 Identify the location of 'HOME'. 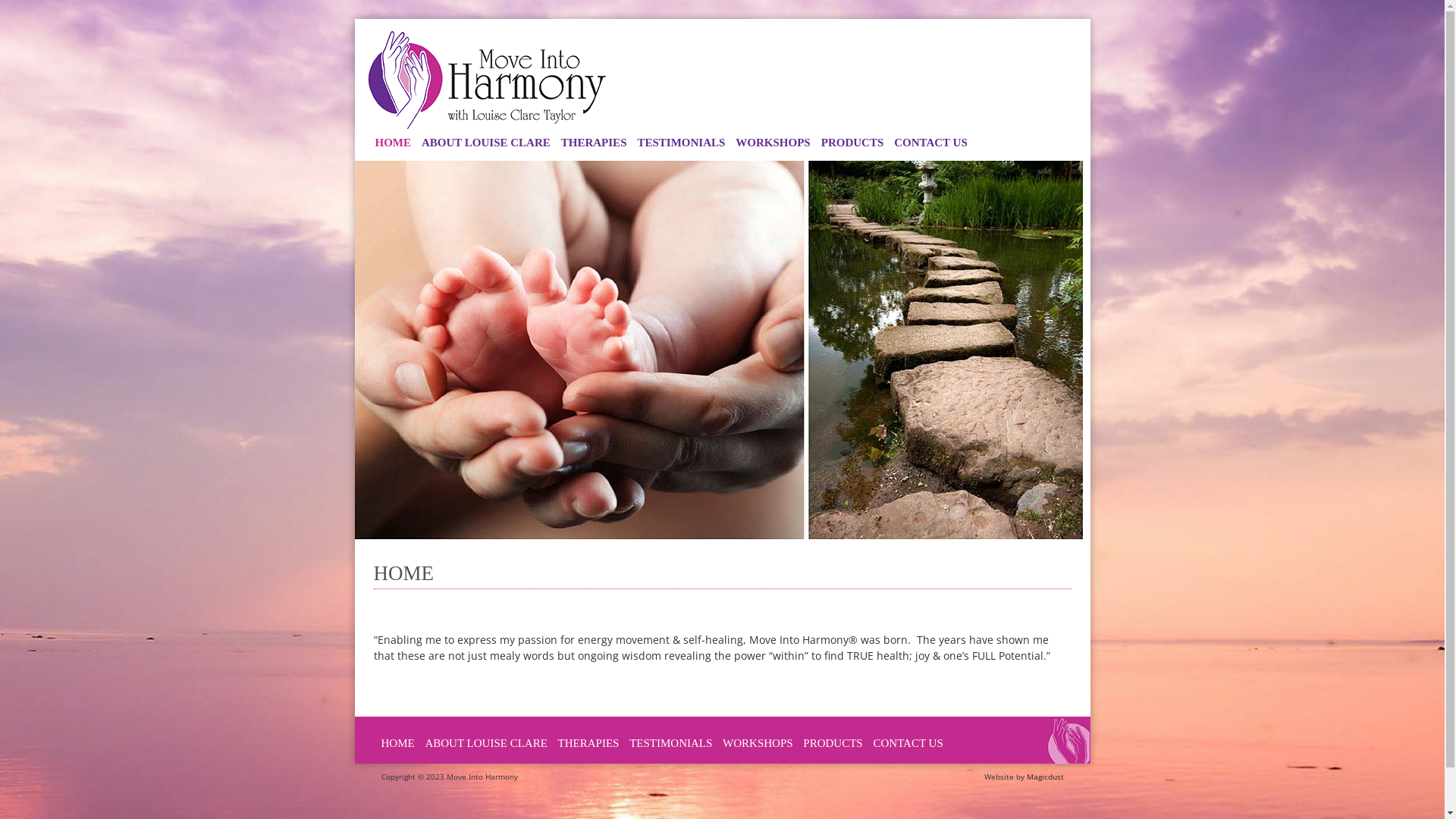
(397, 742).